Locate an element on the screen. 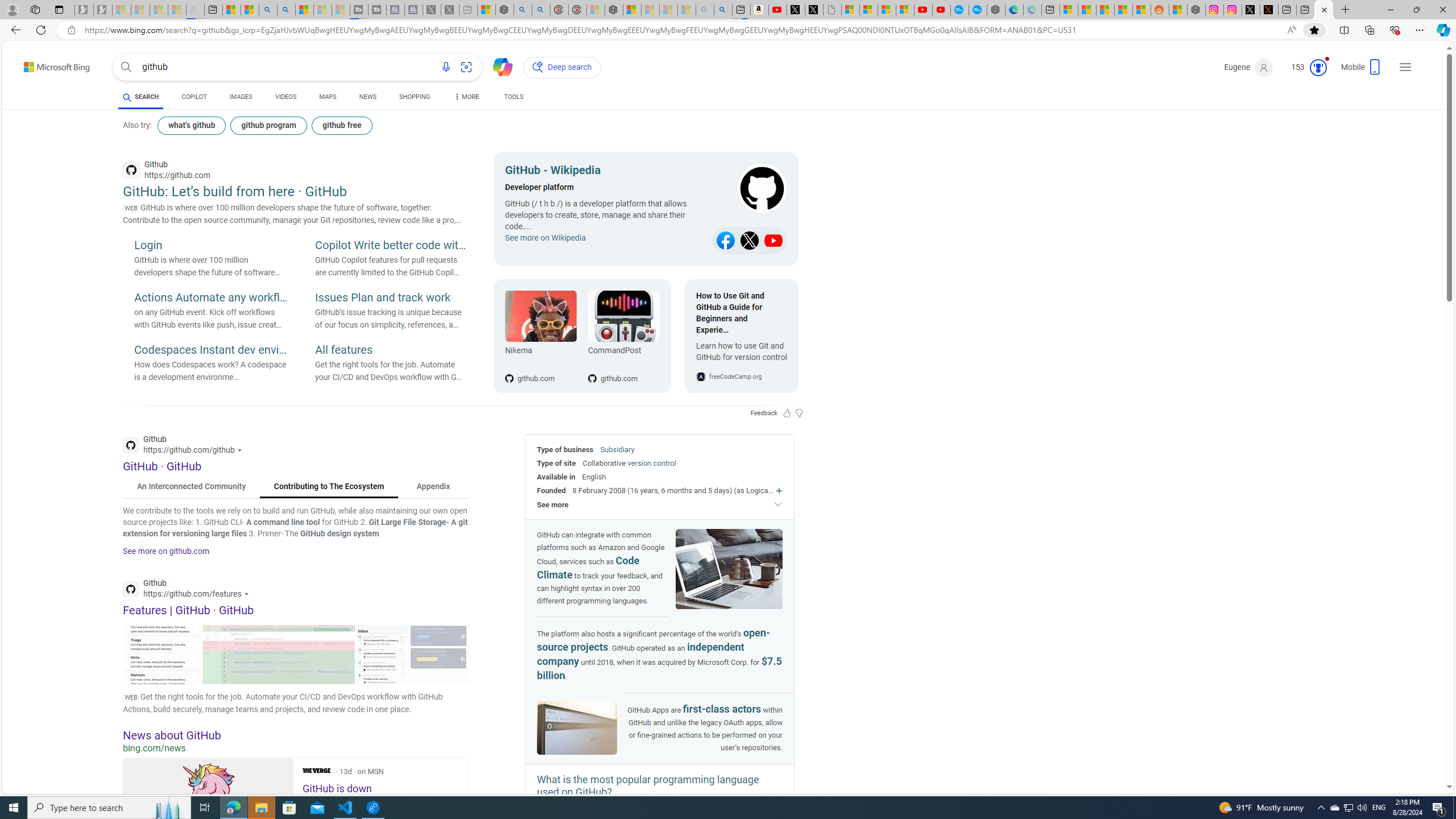 The height and width of the screenshot is (819, 1456). 'Newsletter Sign Up - Sleeping' is located at coordinates (102, 9).